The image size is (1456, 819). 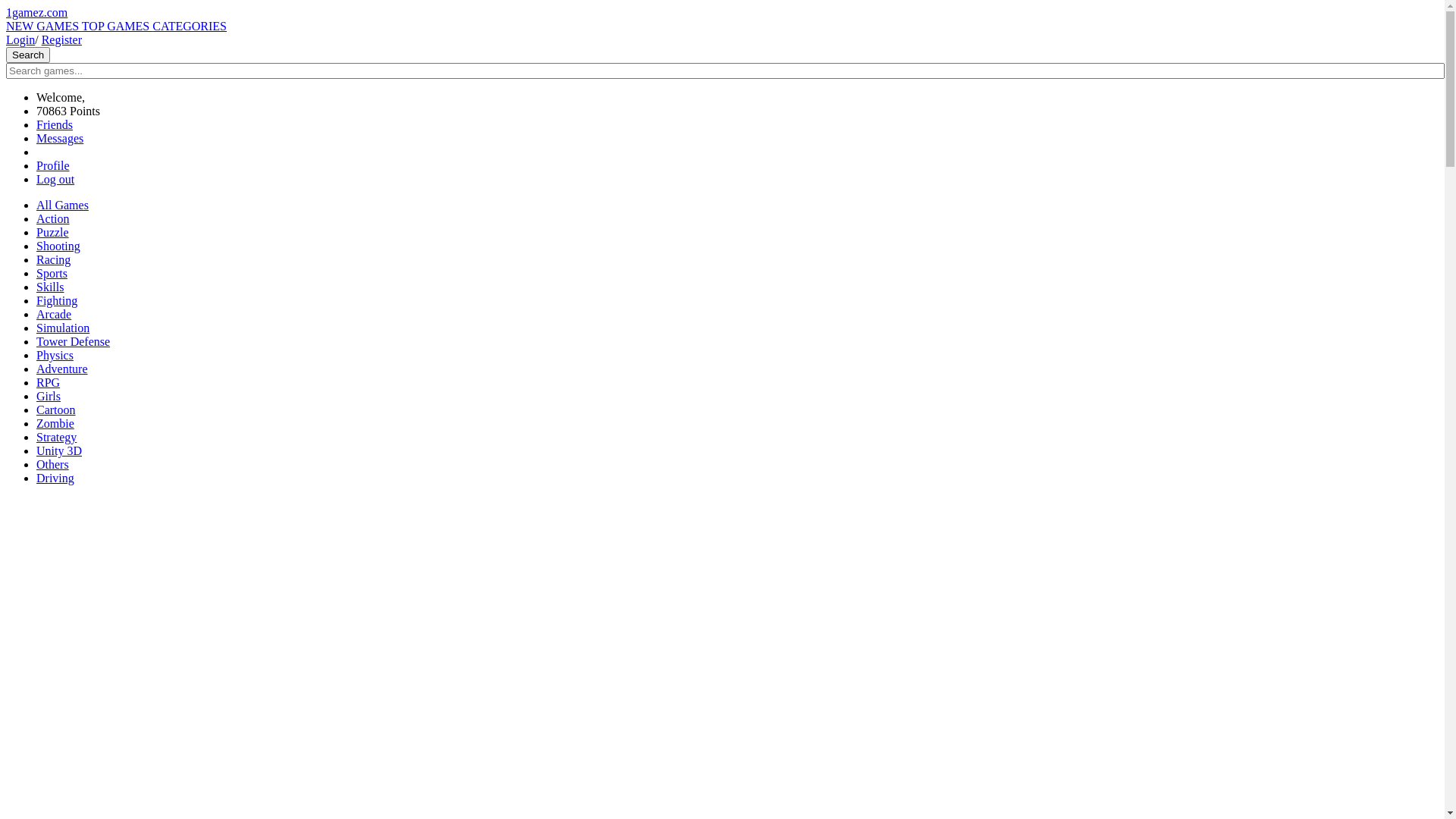 What do you see at coordinates (36, 259) in the screenshot?
I see `'Racing'` at bounding box center [36, 259].